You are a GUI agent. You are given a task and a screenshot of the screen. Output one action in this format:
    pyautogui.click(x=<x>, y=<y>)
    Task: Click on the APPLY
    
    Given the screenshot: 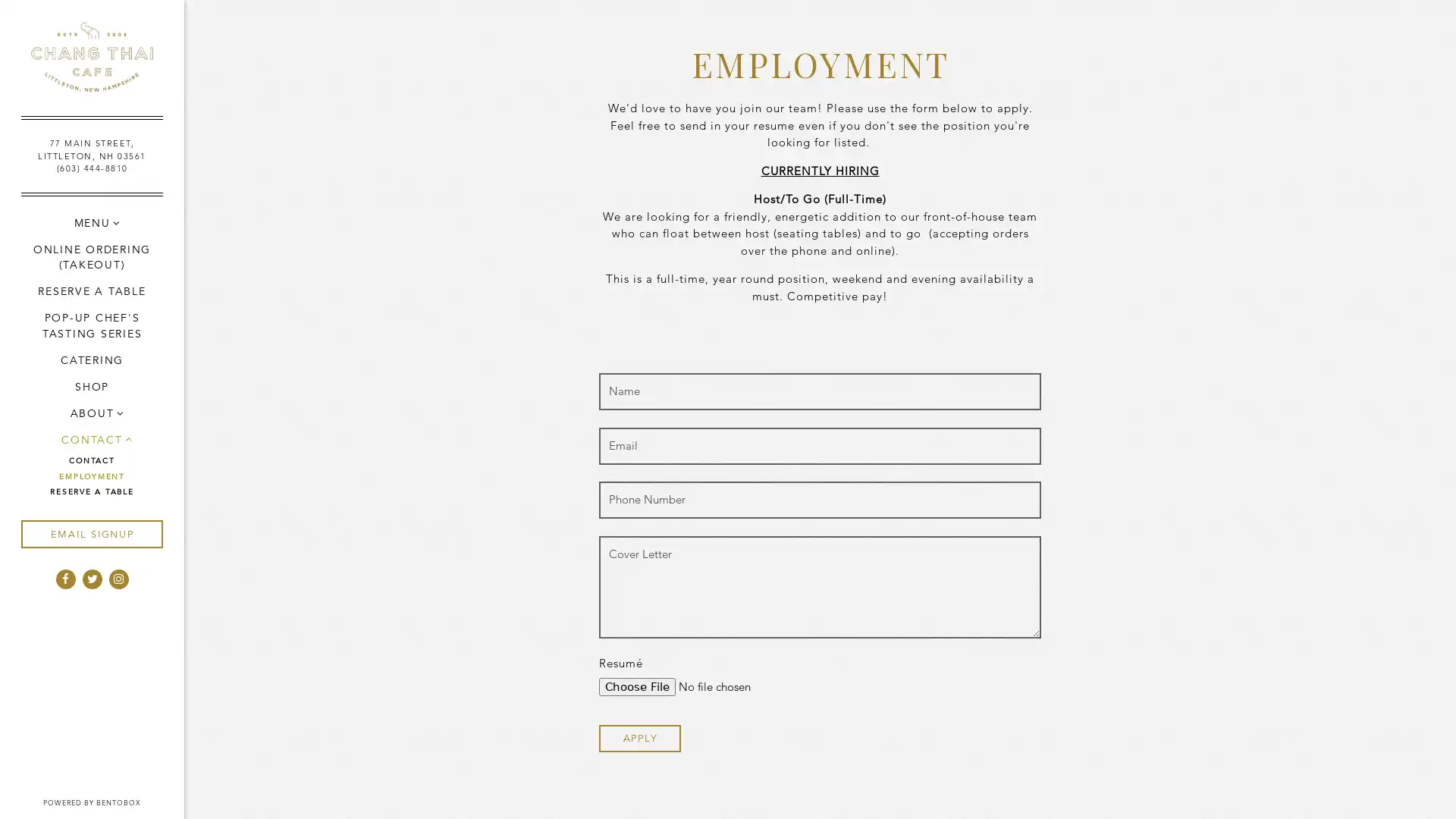 What is the action you would take?
    pyautogui.click(x=639, y=737)
    